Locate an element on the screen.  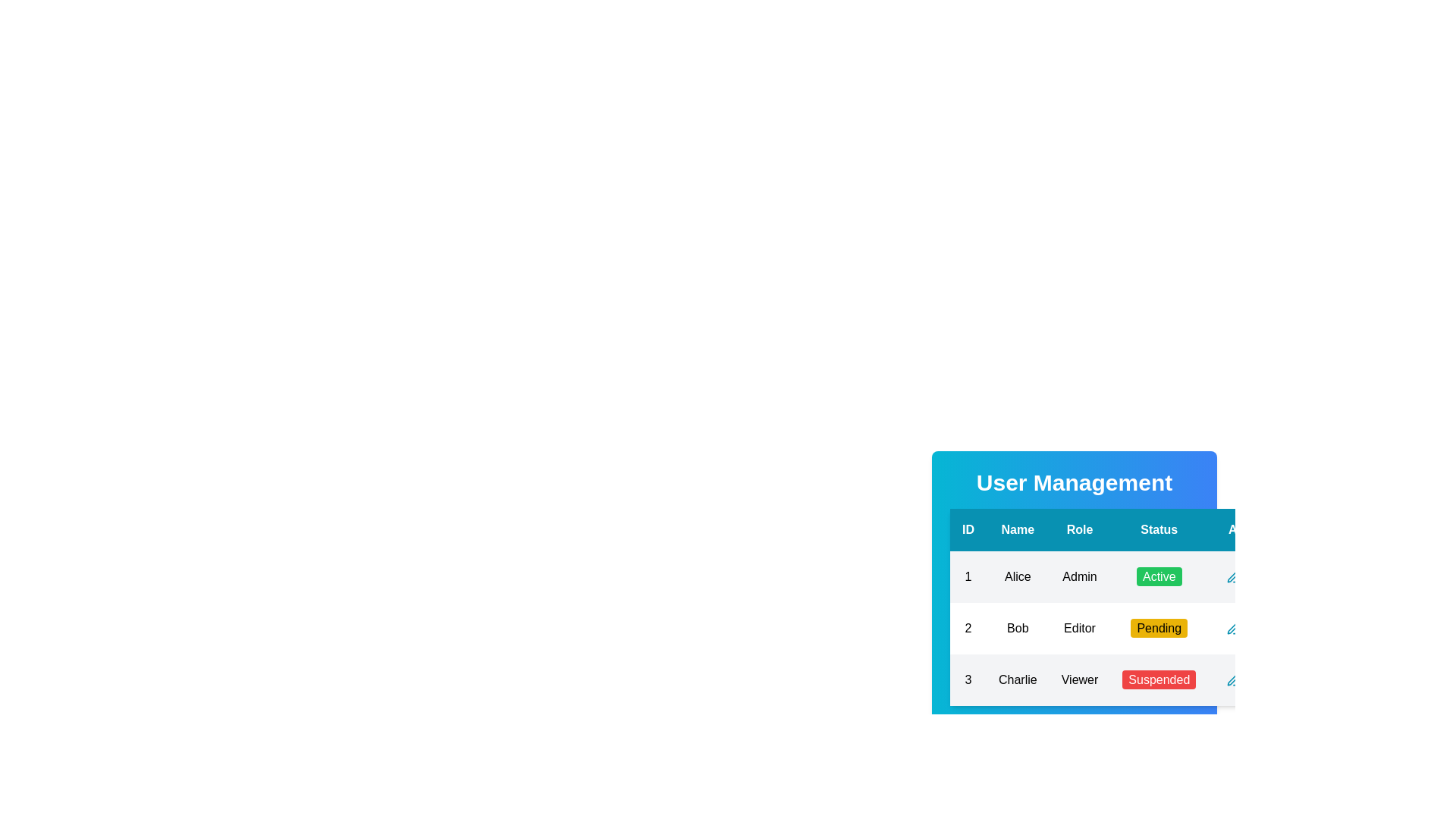
the 'Pending' button in the 'Status' column of the second row in the User Management table, which has a yellow background and black text is located at coordinates (1158, 629).